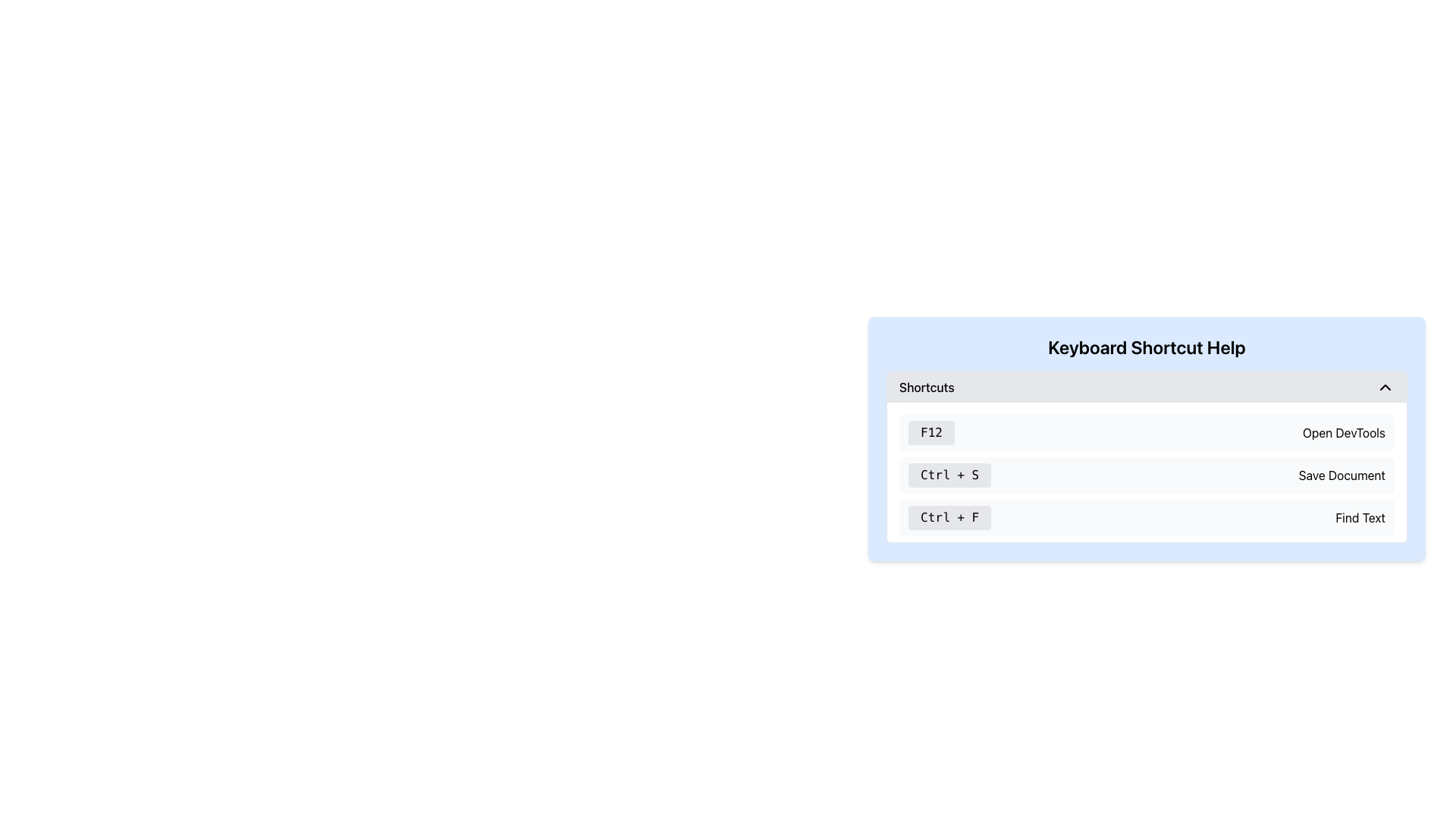 The width and height of the screenshot is (1456, 819). What do you see at coordinates (1147, 438) in the screenshot?
I see `the collapse arrow of the 'Keyboard Shortcut Help' informational panel` at bounding box center [1147, 438].